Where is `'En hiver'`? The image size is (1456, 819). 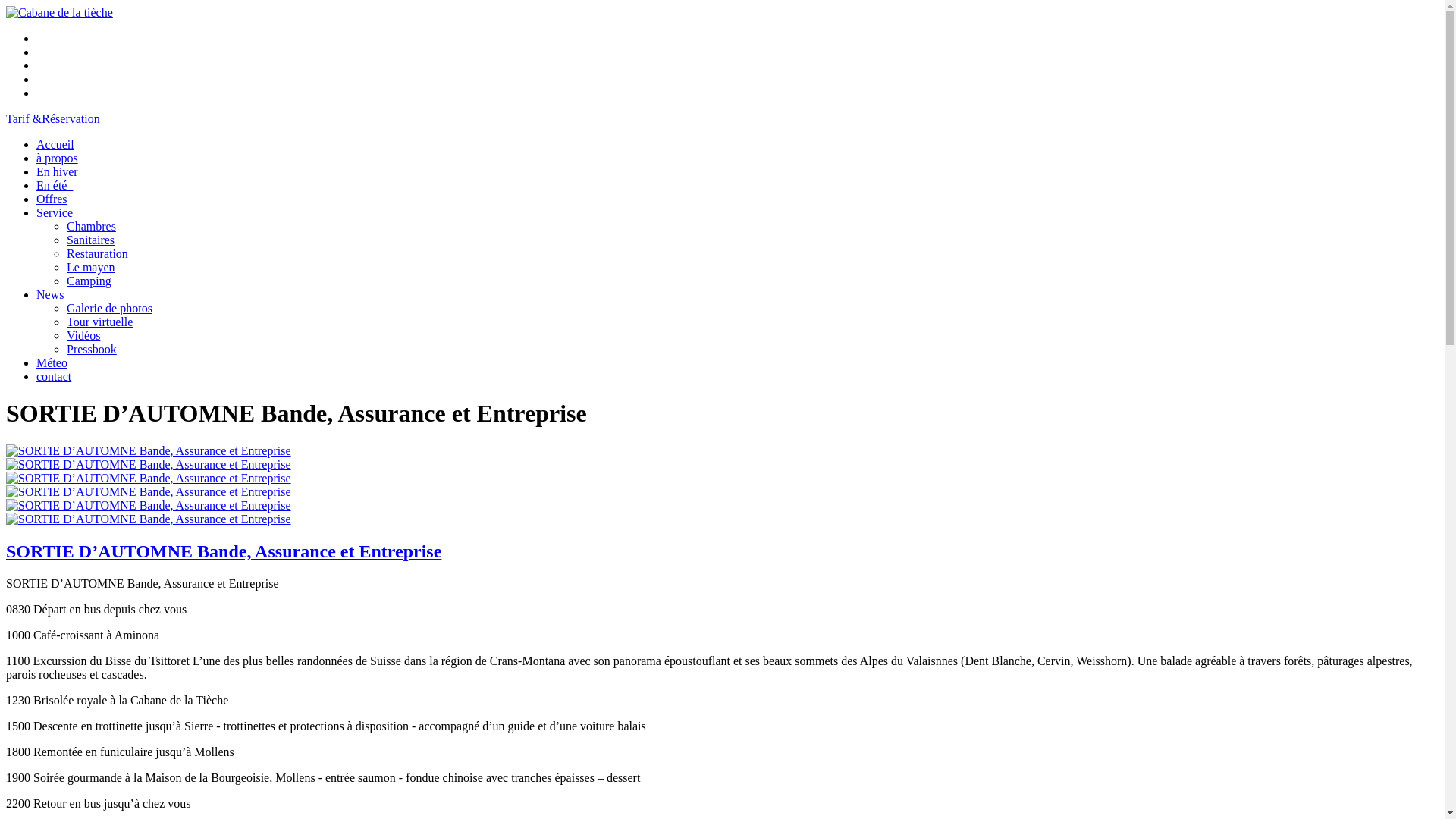 'En hiver' is located at coordinates (57, 171).